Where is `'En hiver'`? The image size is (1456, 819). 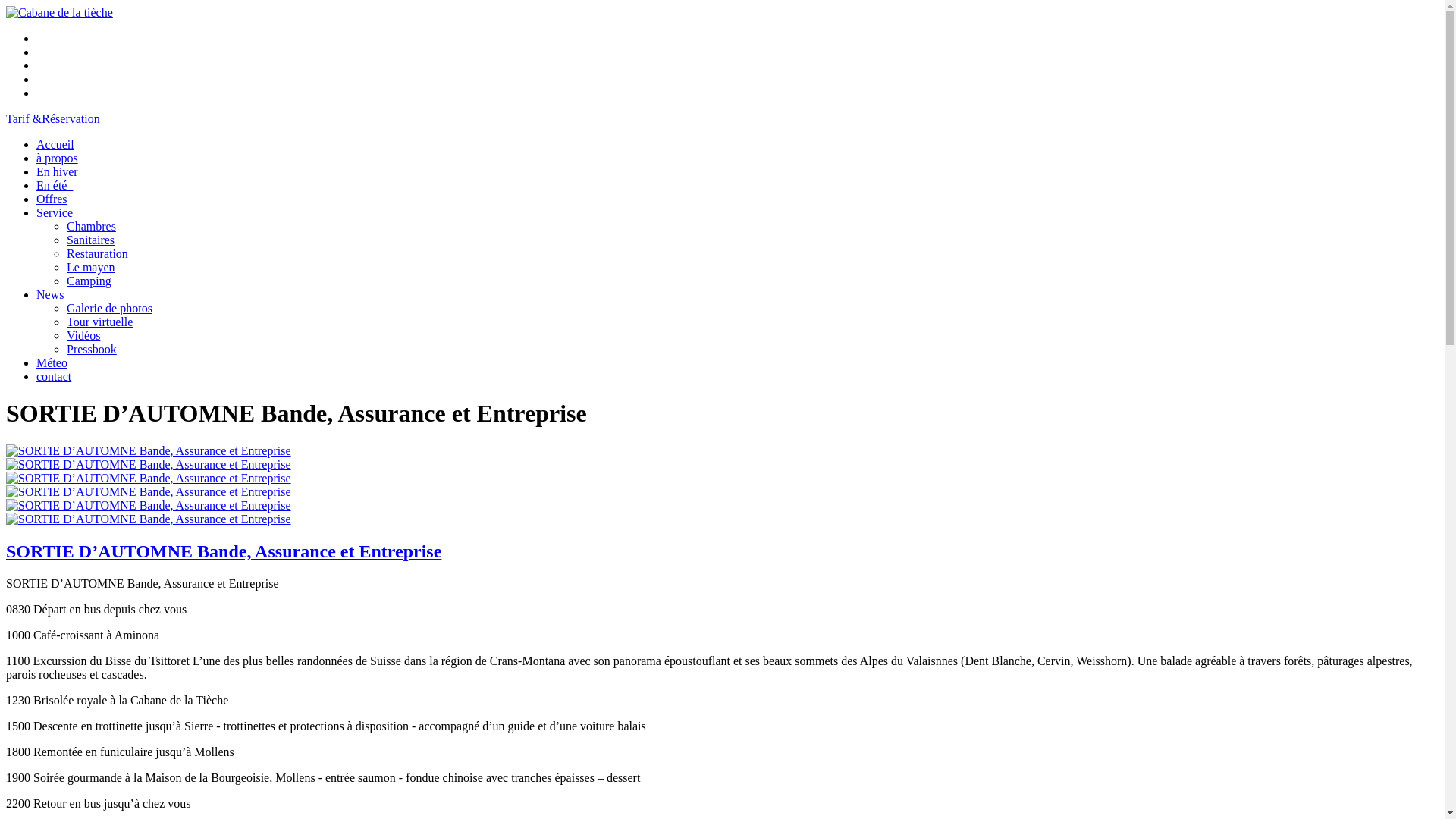 'En hiver' is located at coordinates (57, 171).